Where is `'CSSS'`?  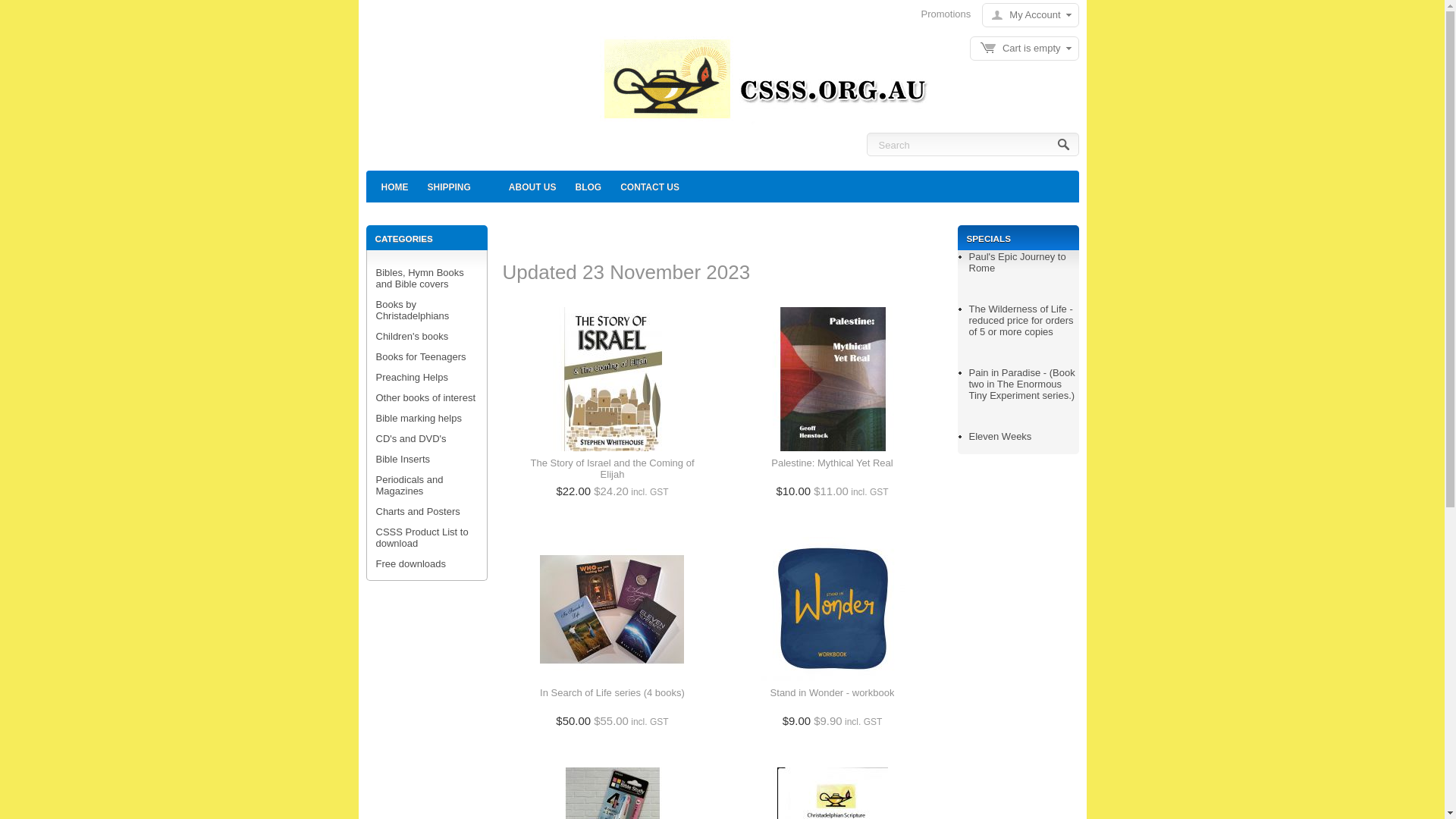 'CSSS' is located at coordinates (761, 83).